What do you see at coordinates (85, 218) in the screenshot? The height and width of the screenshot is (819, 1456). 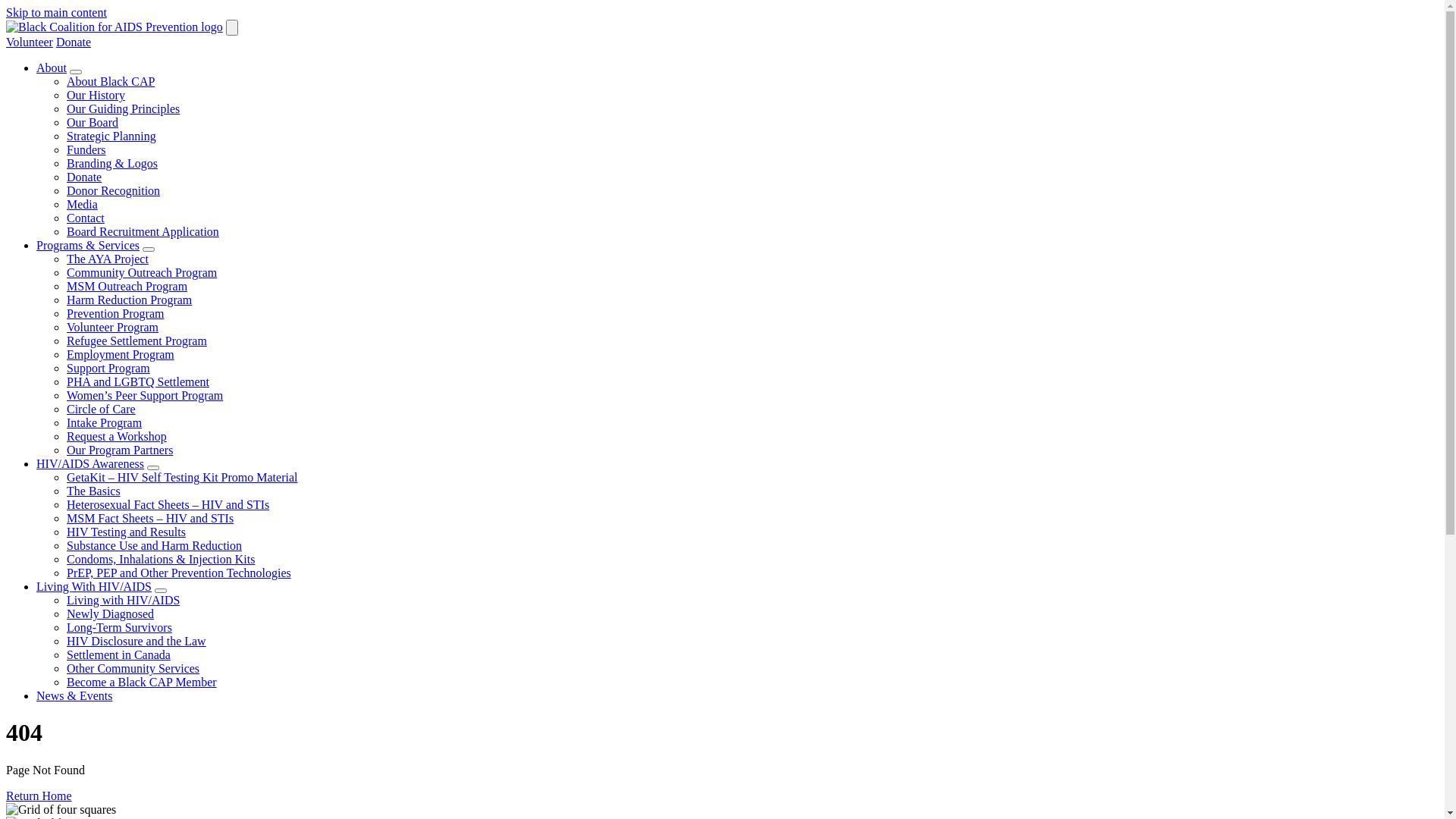 I see `'Contact'` at bounding box center [85, 218].